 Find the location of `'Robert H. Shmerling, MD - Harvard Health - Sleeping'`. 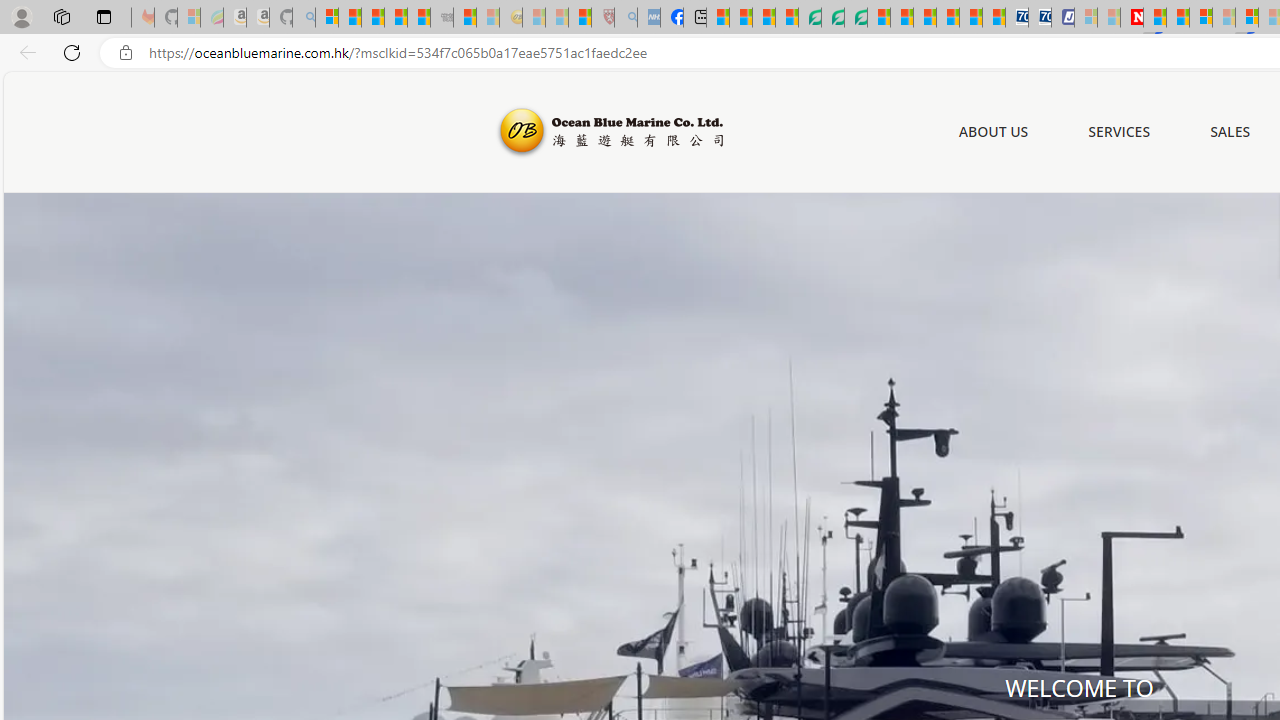

'Robert H. Shmerling, MD - Harvard Health - Sleeping' is located at coordinates (601, 17).